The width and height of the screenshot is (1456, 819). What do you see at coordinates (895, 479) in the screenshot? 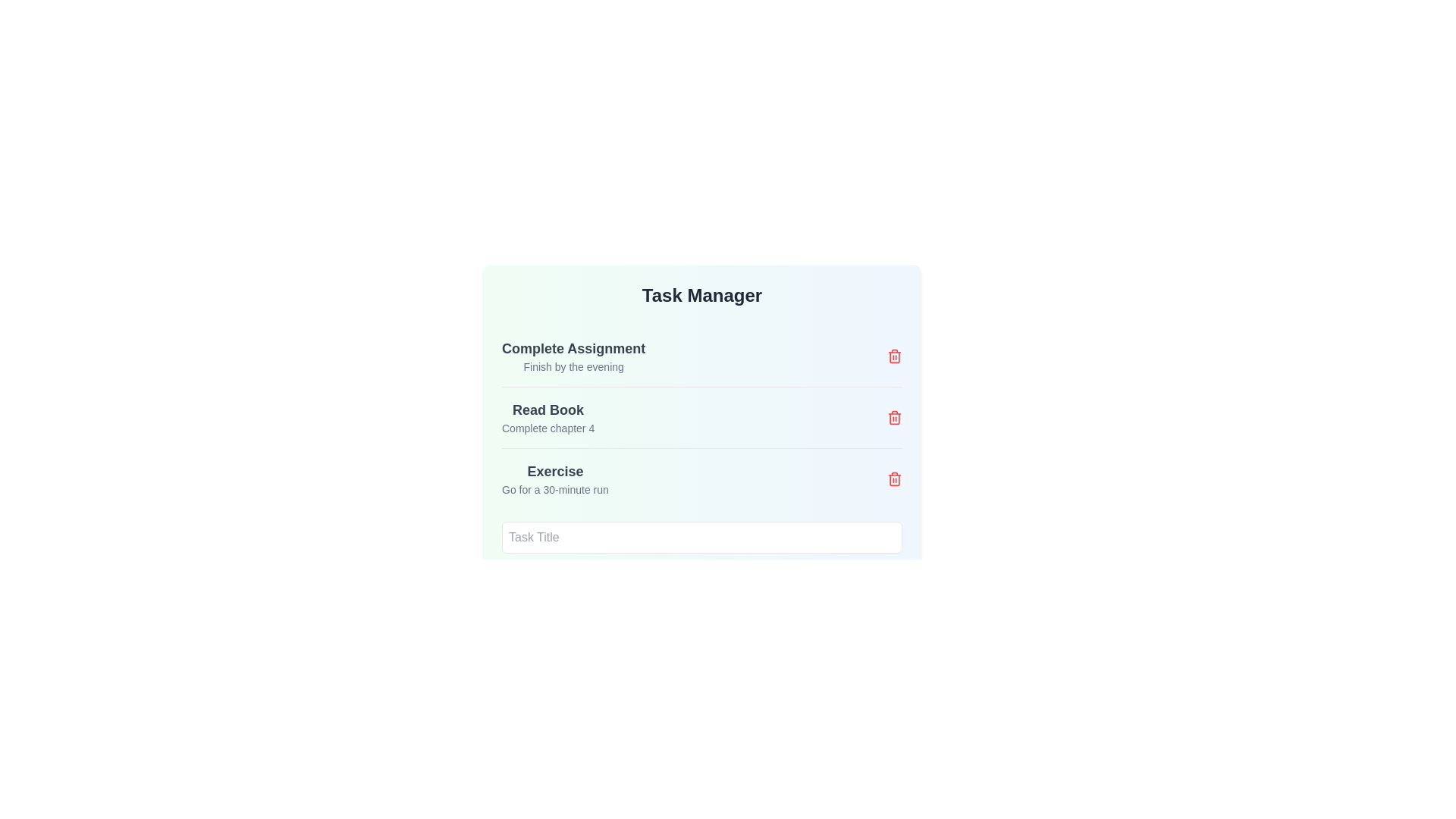
I see `the delete icon located to the far right of the 'Exercise' task row` at bounding box center [895, 479].